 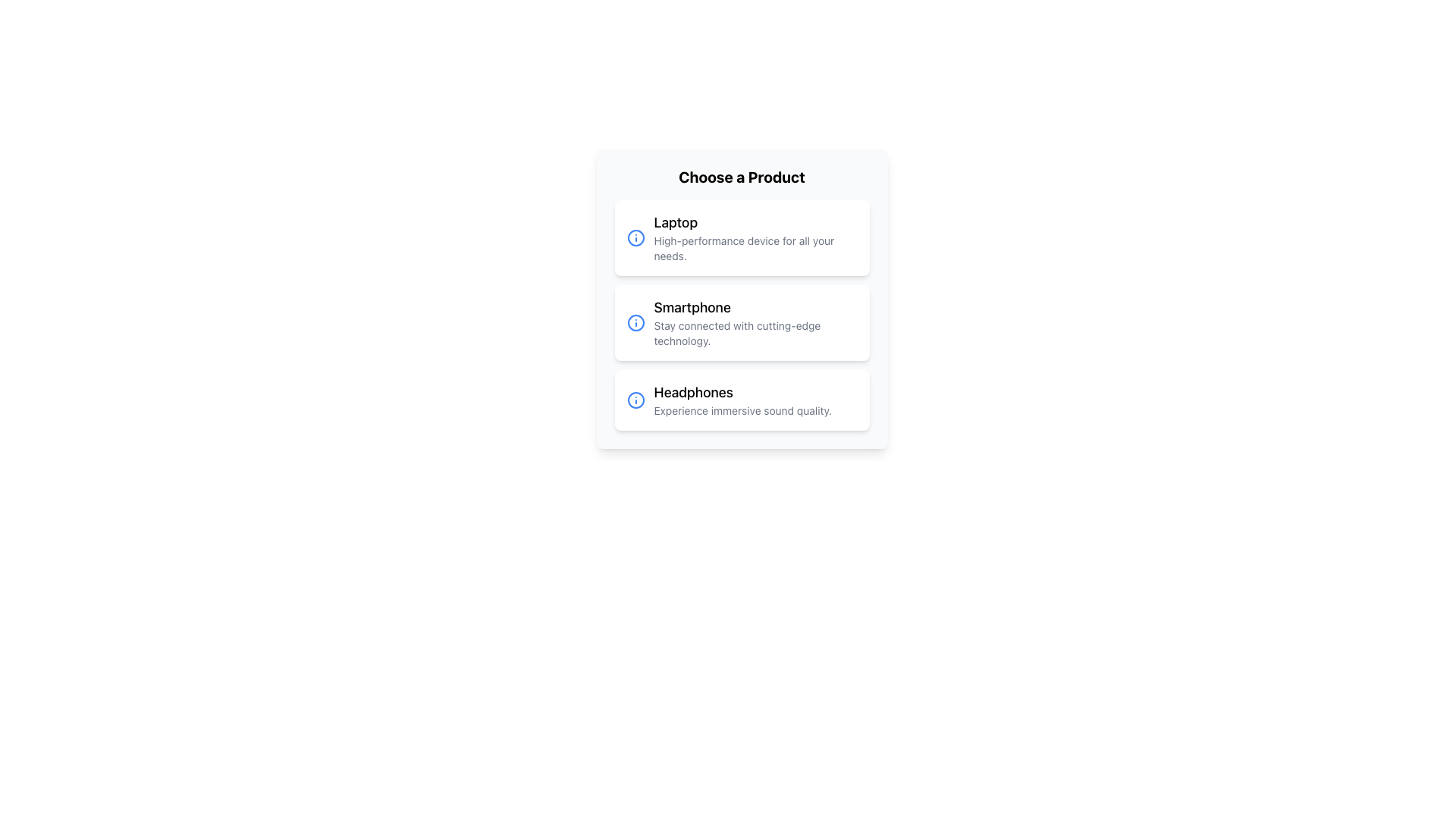 I want to click on the heading text 'Choose a Product', which is bold and large, located at the top of the selection card with a light gray background, so click(x=742, y=177).